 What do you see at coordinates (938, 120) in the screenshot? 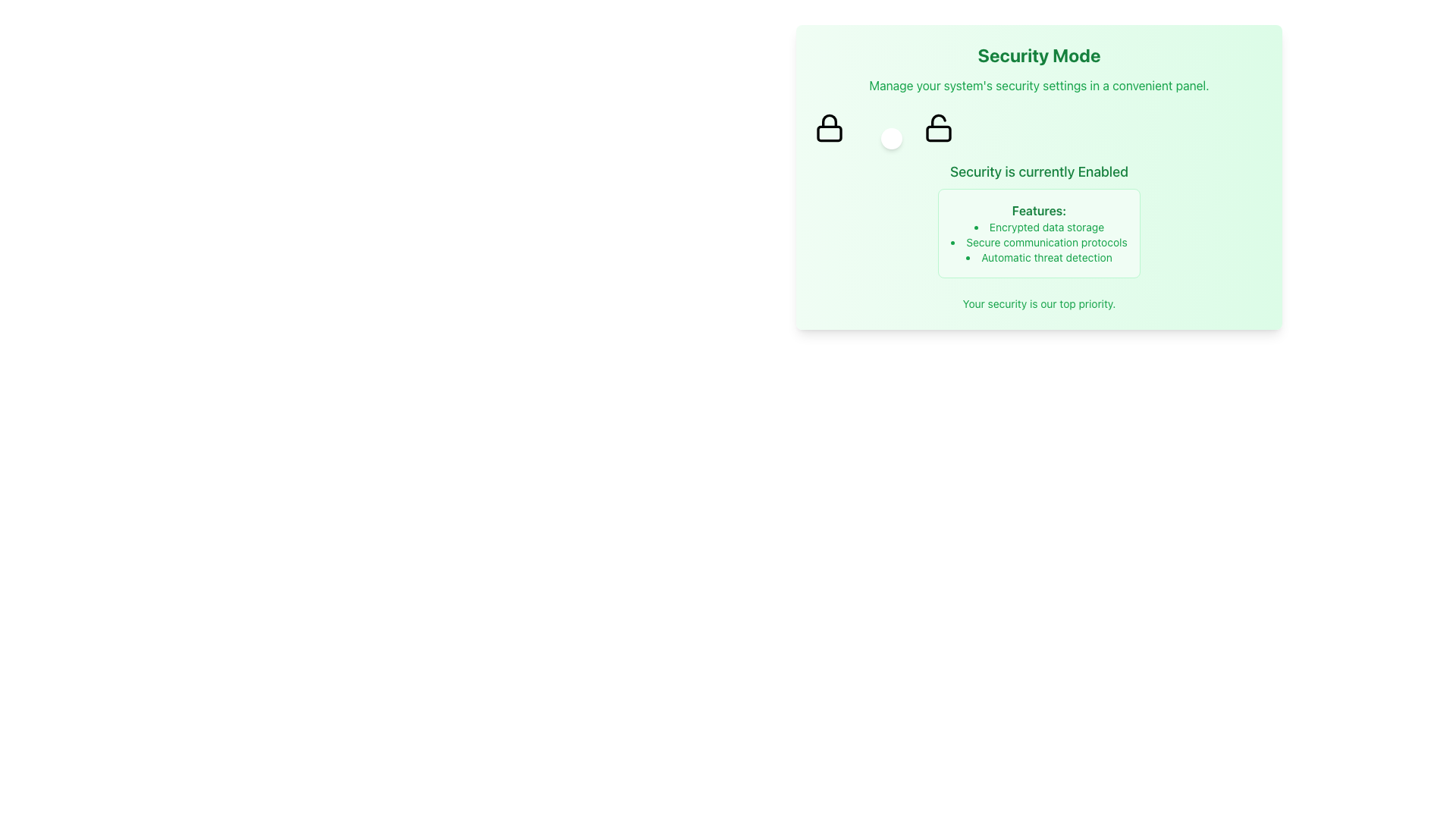
I see `the upper component (arc) of the open lock icon, which is part of a settings panel and visually appears disabled with a grayish stroke-style outline` at bounding box center [938, 120].